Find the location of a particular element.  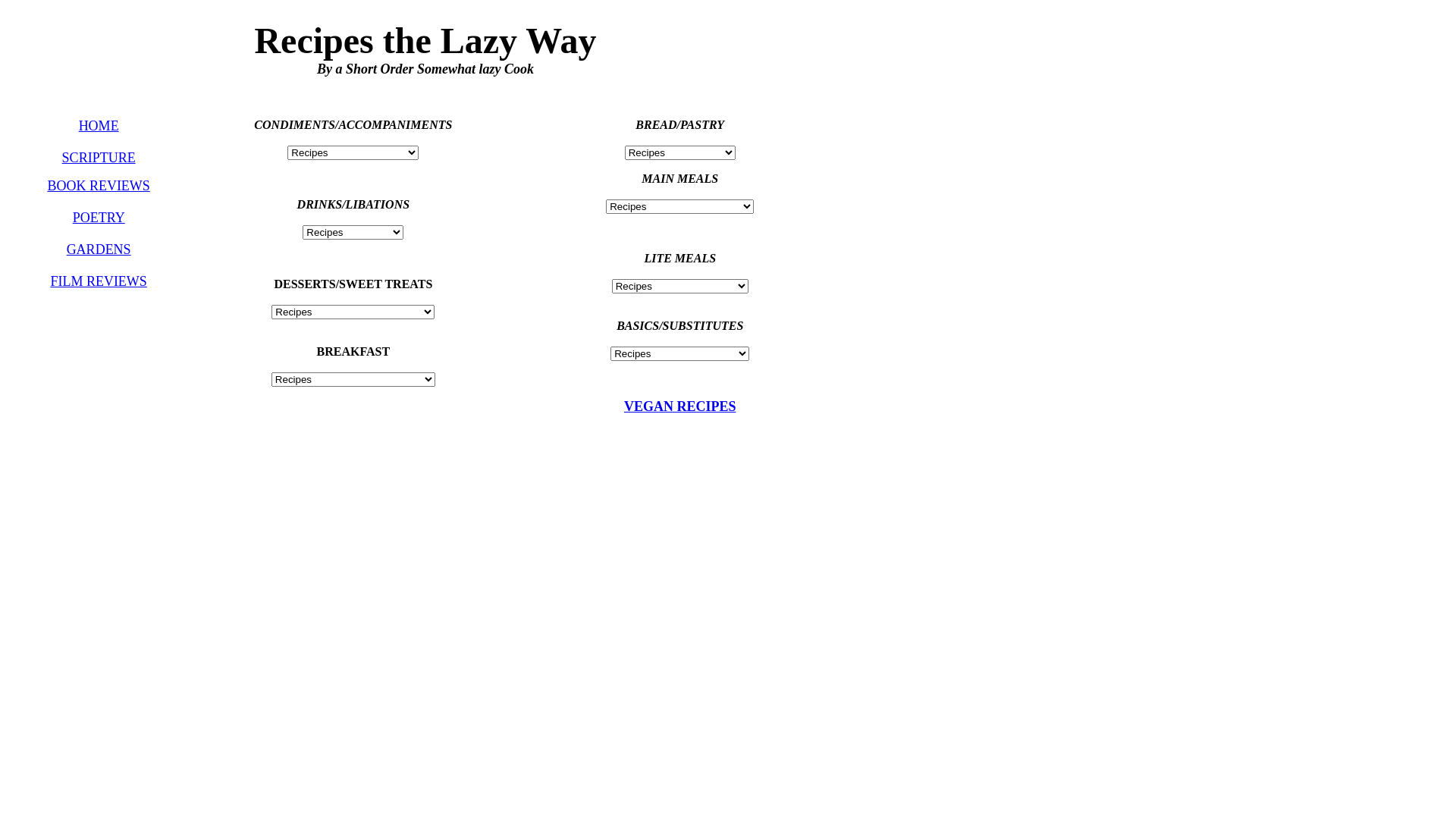

'VEGAN RECIPES' is located at coordinates (679, 406).